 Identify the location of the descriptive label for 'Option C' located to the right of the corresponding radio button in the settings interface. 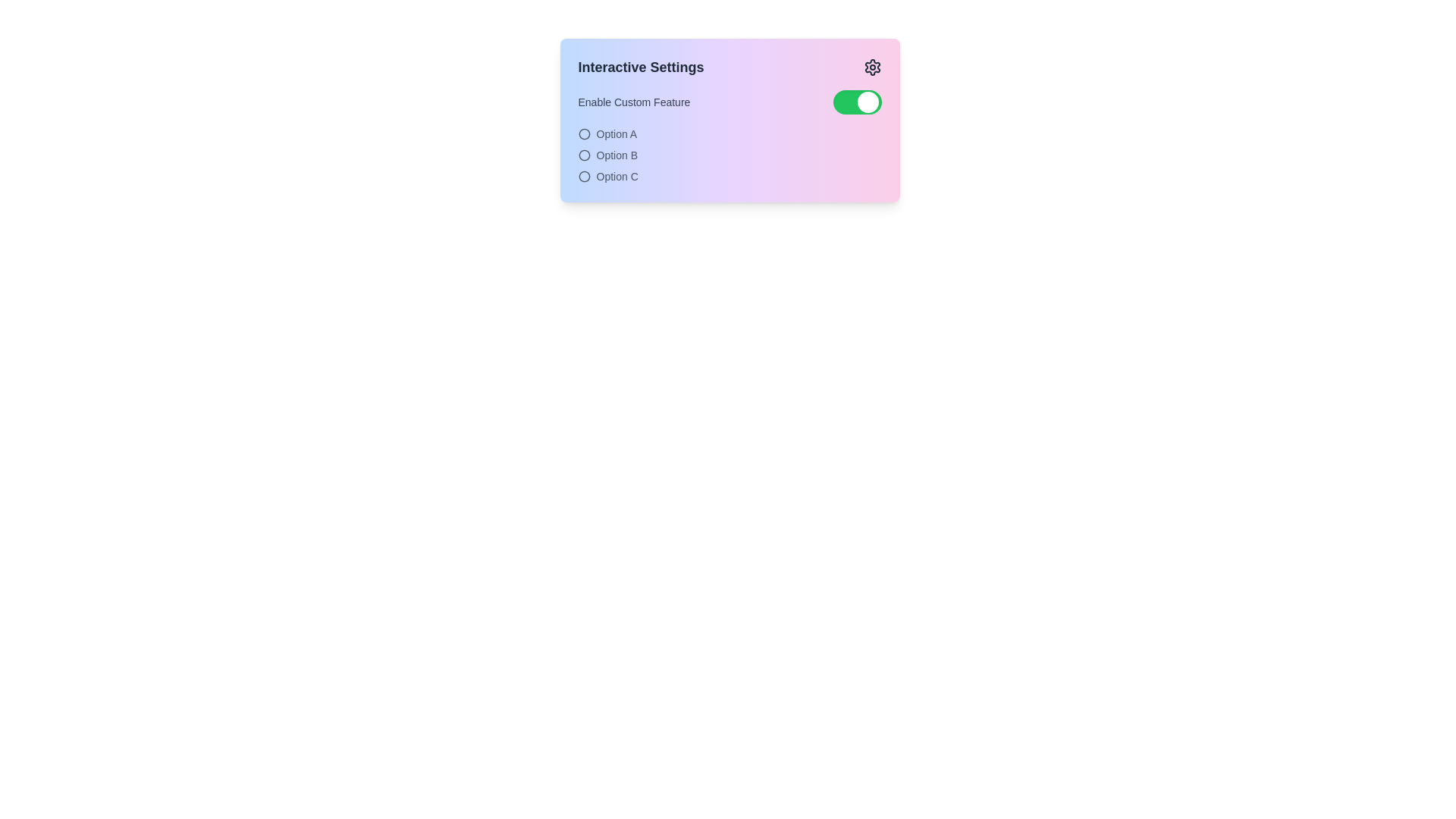
(617, 175).